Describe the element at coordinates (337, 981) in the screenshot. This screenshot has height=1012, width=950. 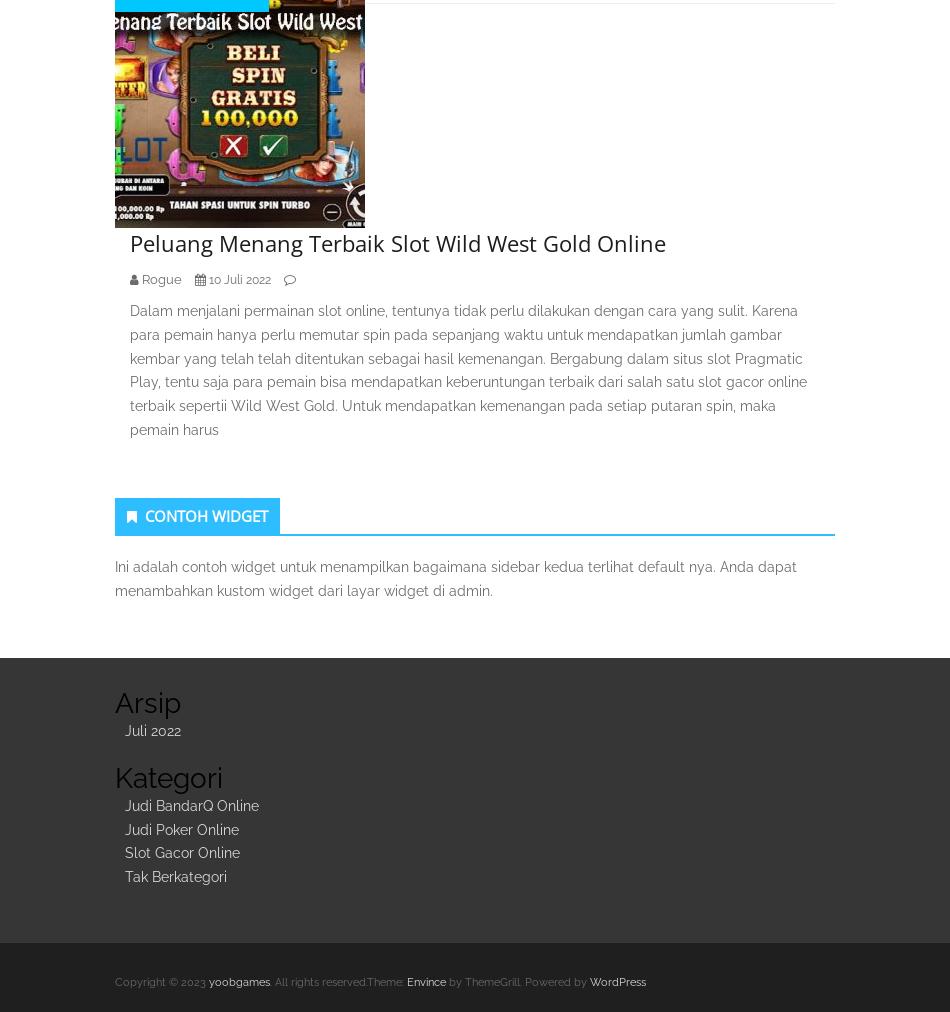
I see `'. All rights reserved.Theme:'` at that location.